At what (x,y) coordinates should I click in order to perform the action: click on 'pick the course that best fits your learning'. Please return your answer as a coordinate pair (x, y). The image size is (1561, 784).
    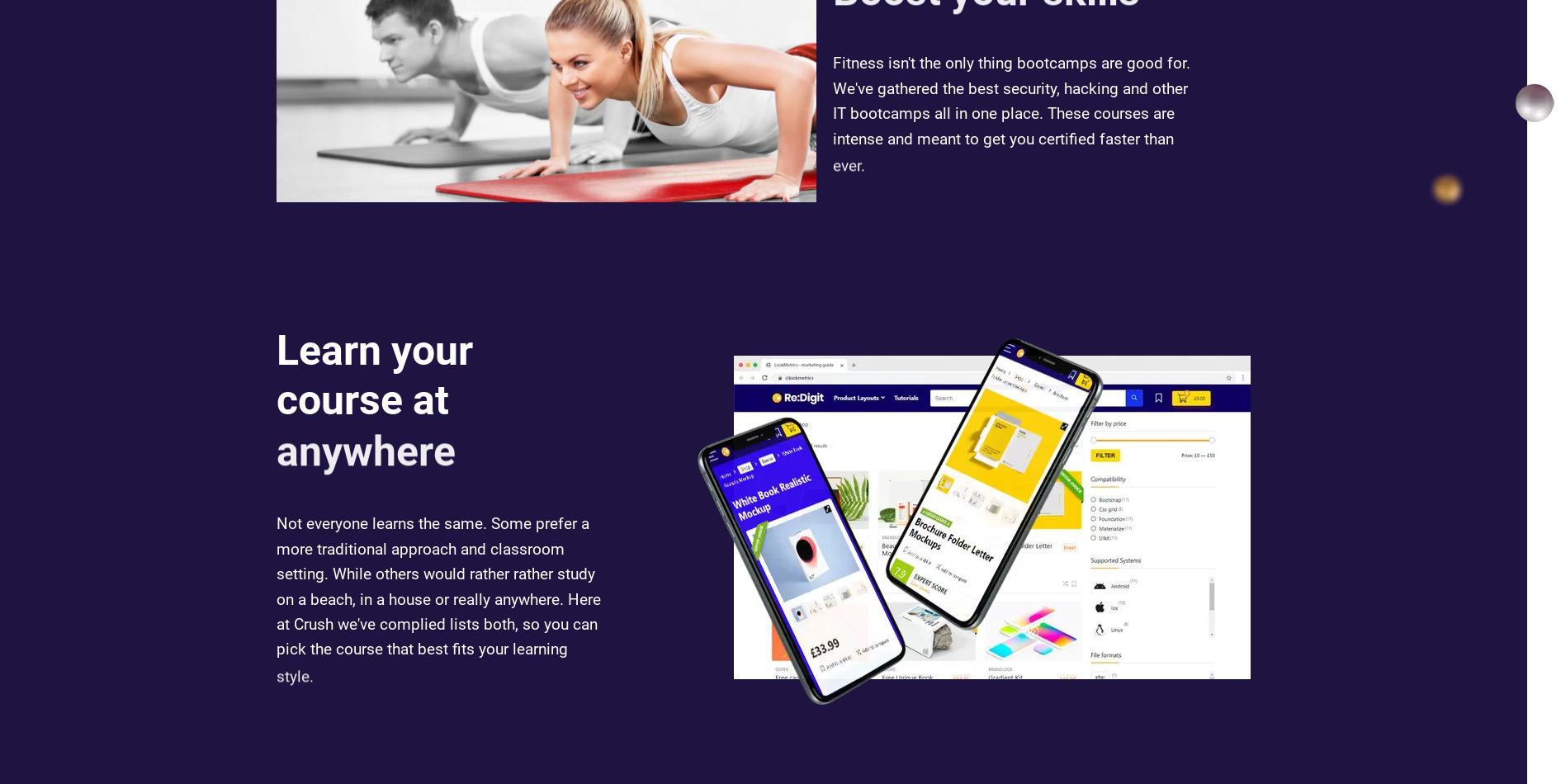
    Looking at the image, I should click on (421, 672).